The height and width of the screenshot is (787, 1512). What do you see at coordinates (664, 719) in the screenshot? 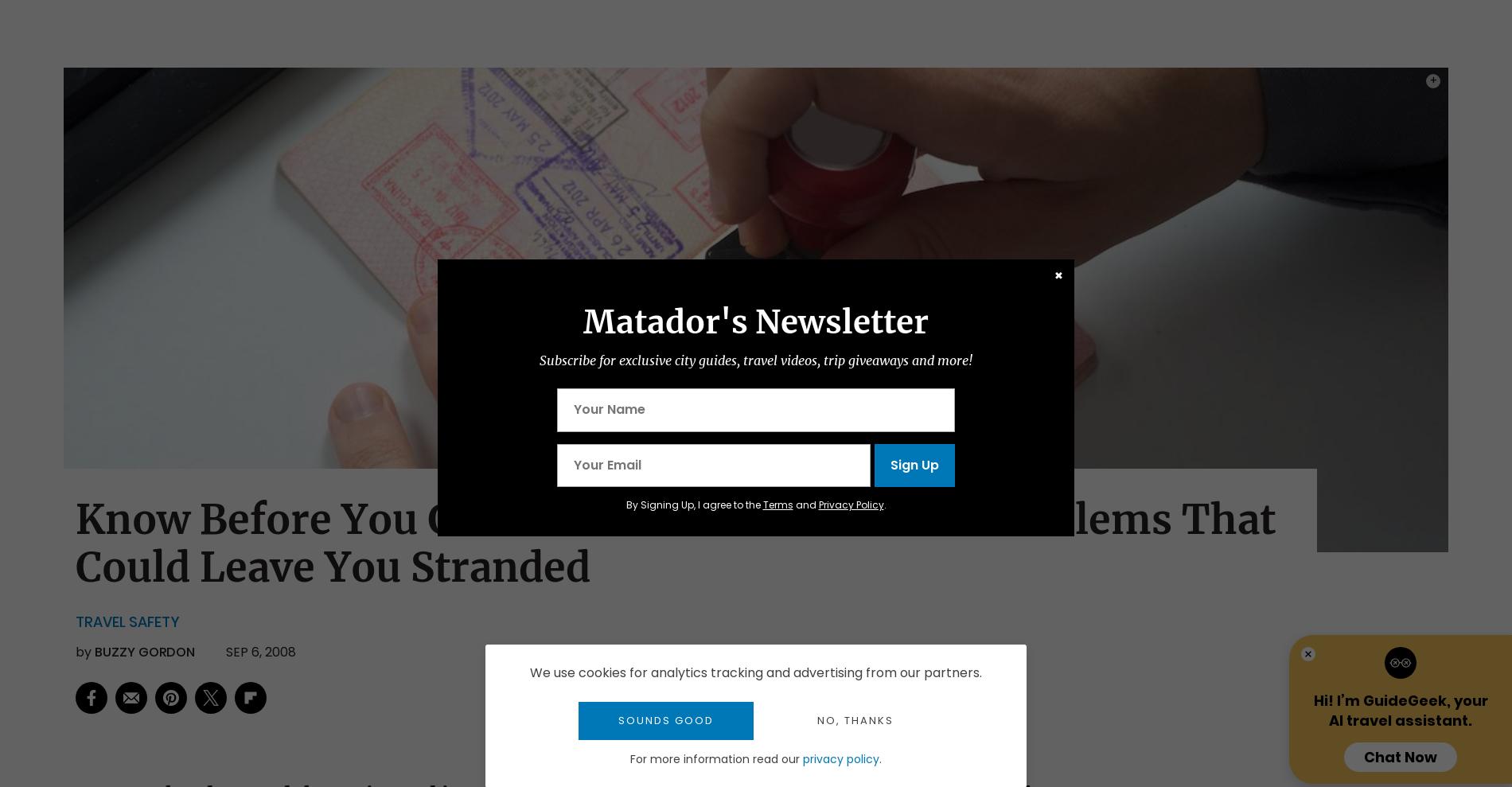
I see `'Sounds good'` at bounding box center [664, 719].